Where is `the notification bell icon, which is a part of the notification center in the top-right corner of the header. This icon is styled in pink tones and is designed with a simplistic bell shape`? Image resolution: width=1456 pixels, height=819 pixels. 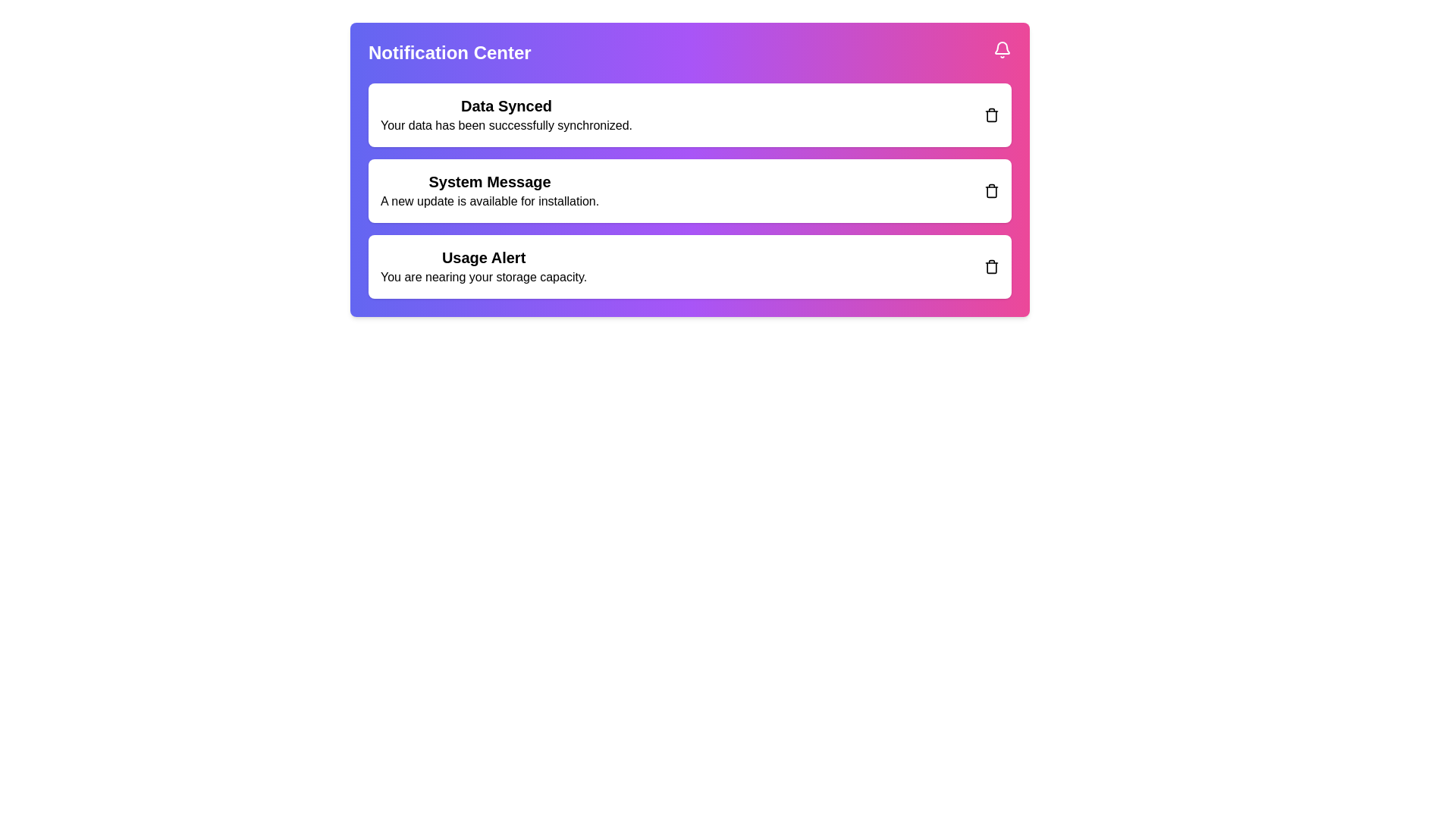 the notification bell icon, which is a part of the notification center in the top-right corner of the header. This icon is styled in pink tones and is designed with a simplistic bell shape is located at coordinates (1002, 47).